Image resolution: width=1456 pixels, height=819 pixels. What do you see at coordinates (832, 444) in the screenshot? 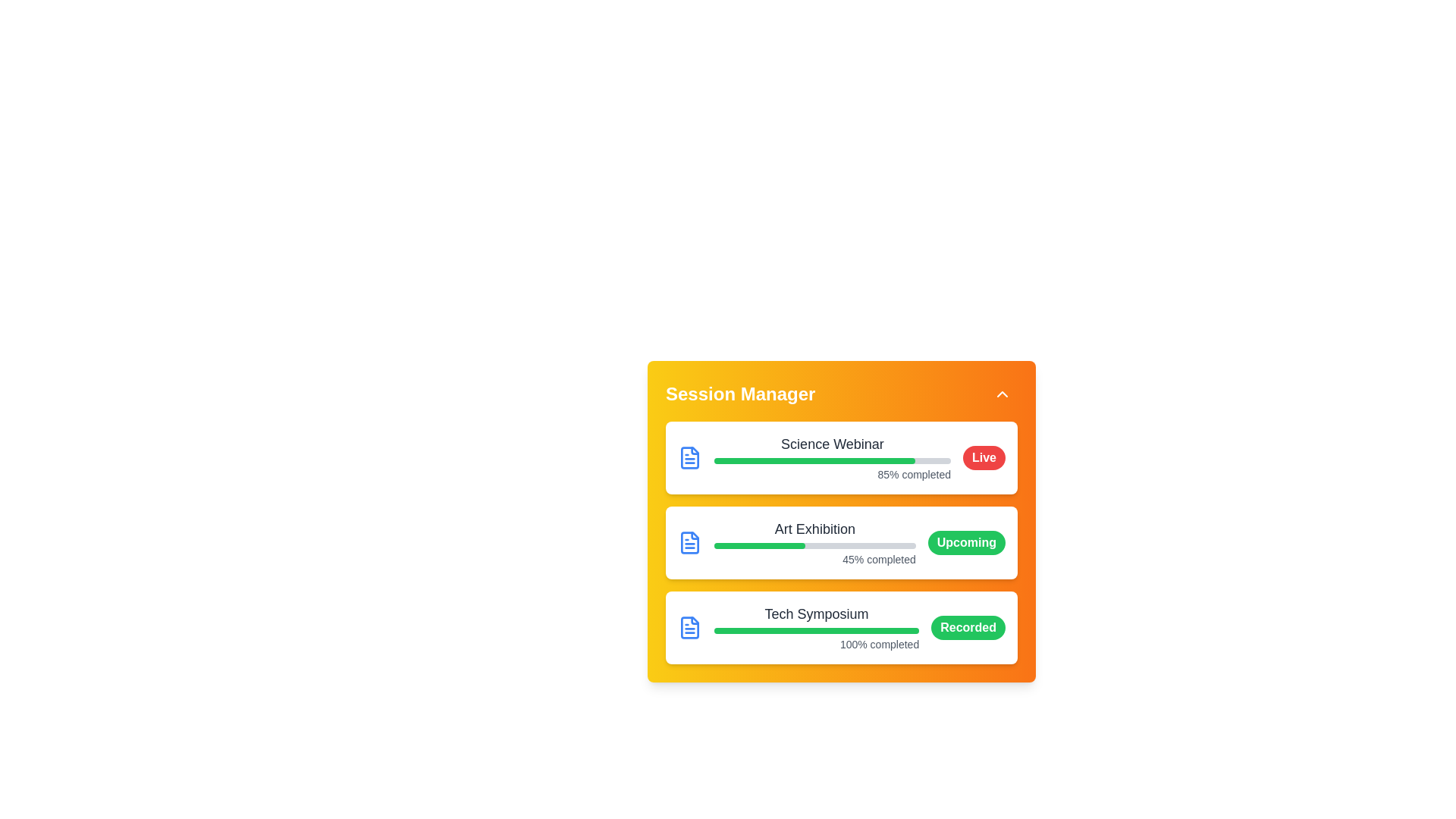
I see `the session in operations using the 'Science Webinar' title label, which is styled in dark gray` at bounding box center [832, 444].